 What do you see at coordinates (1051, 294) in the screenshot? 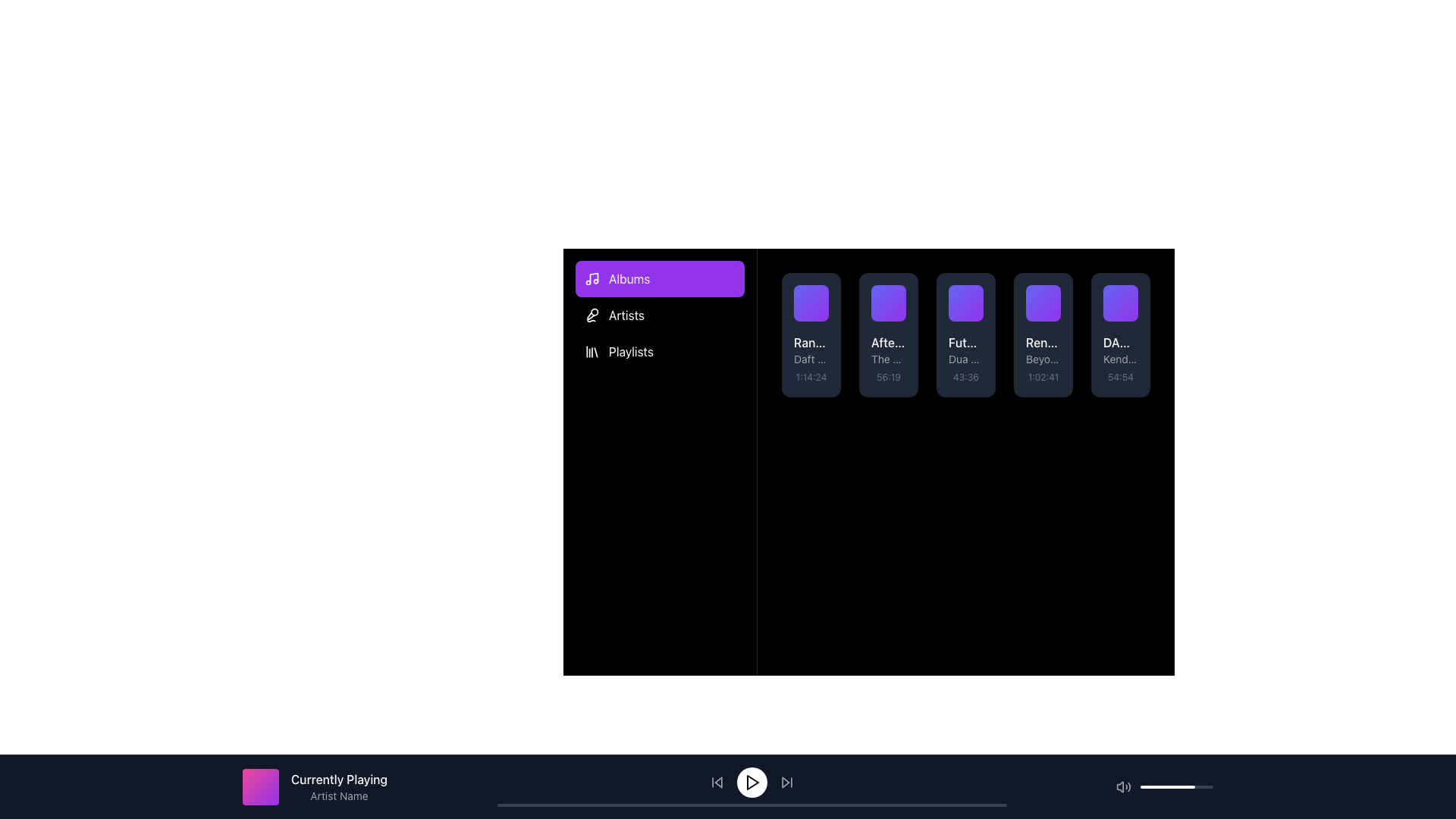
I see `the heart icon in the center of the fourth album card to mark the album as favorite` at bounding box center [1051, 294].